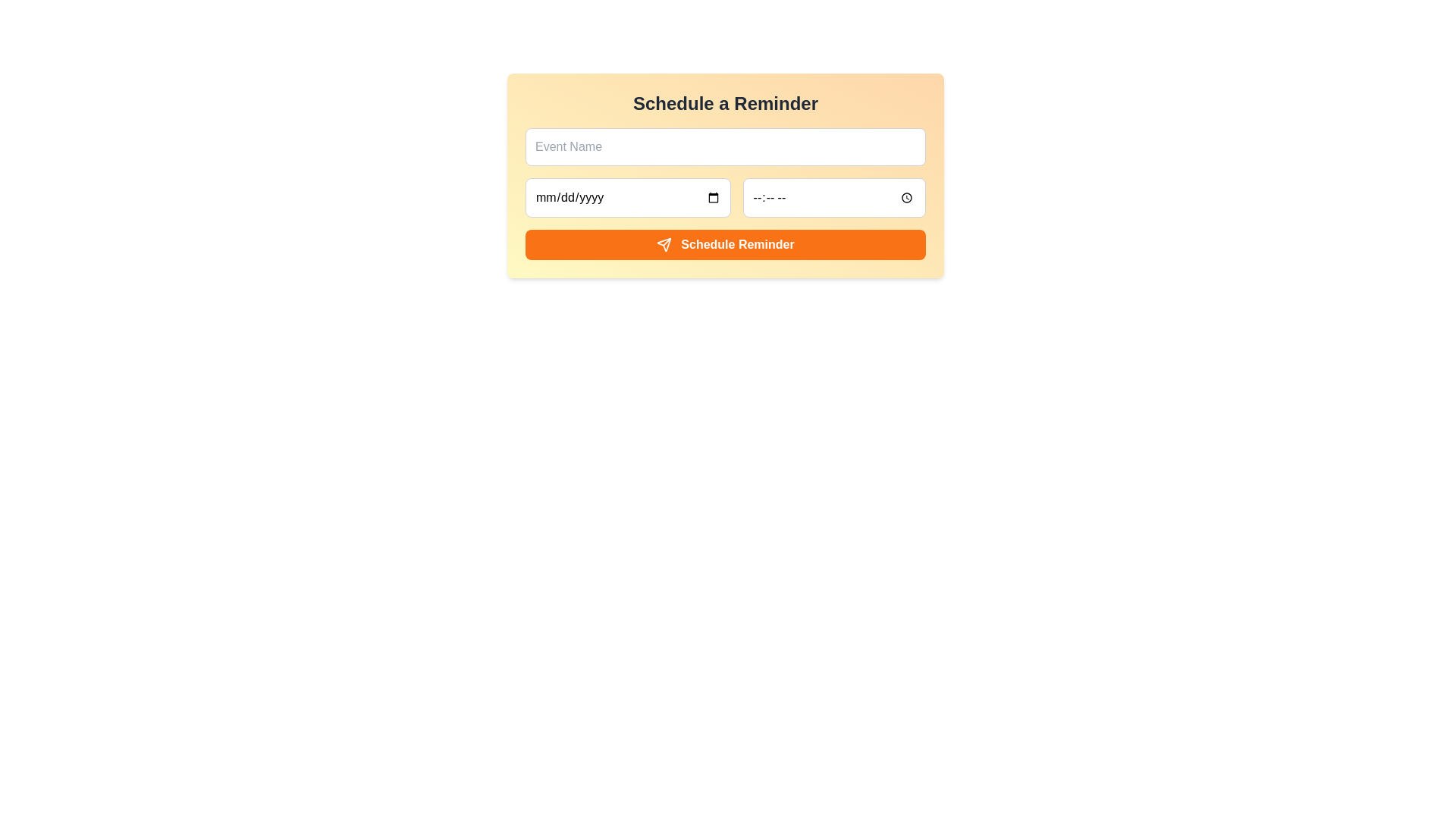 This screenshot has width=1456, height=819. I want to click on the paper airplane icon within the 'Schedule Reminder' button, so click(664, 244).